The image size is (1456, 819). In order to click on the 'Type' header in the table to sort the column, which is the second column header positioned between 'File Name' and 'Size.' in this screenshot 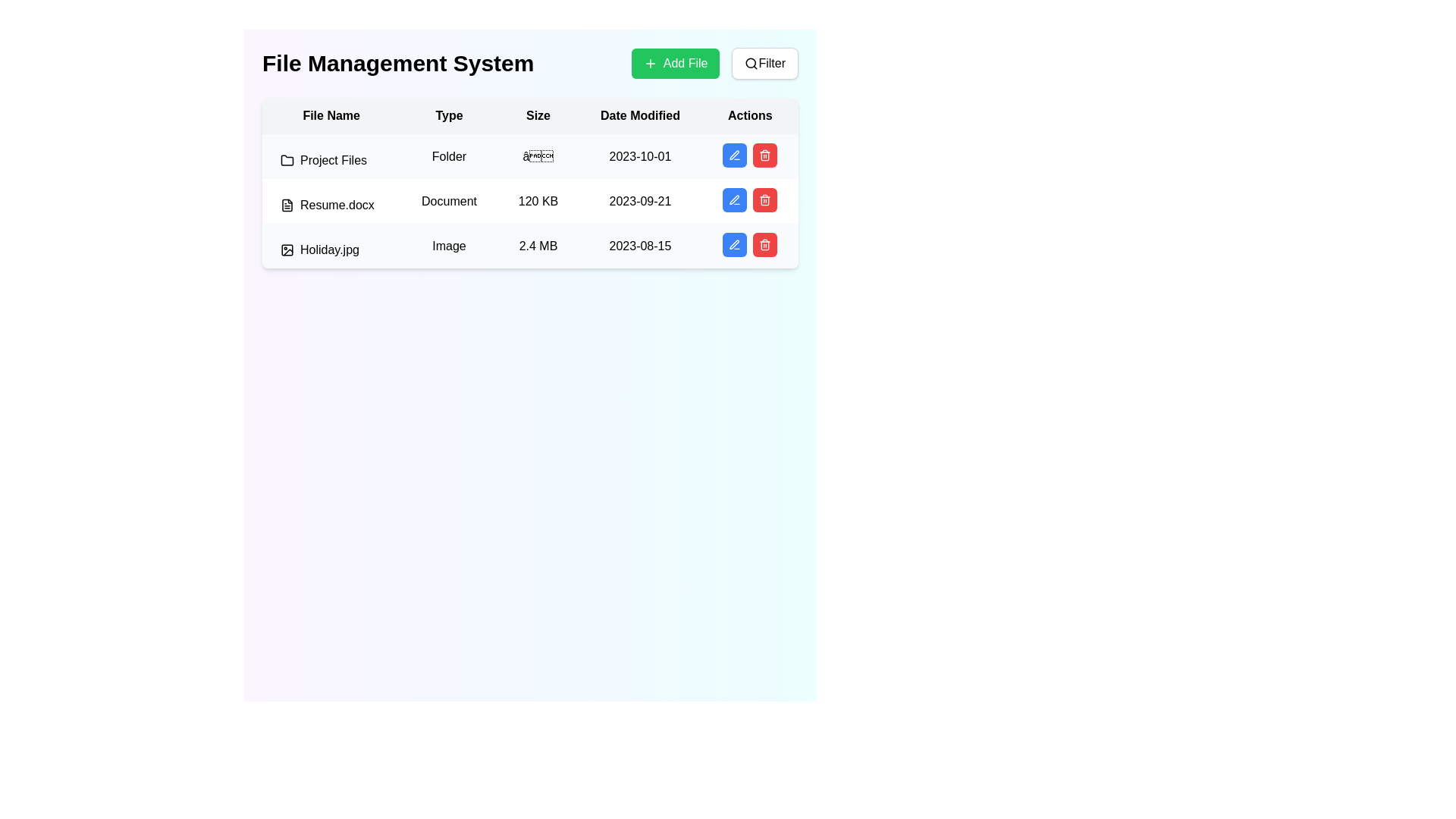, I will do `click(448, 115)`.